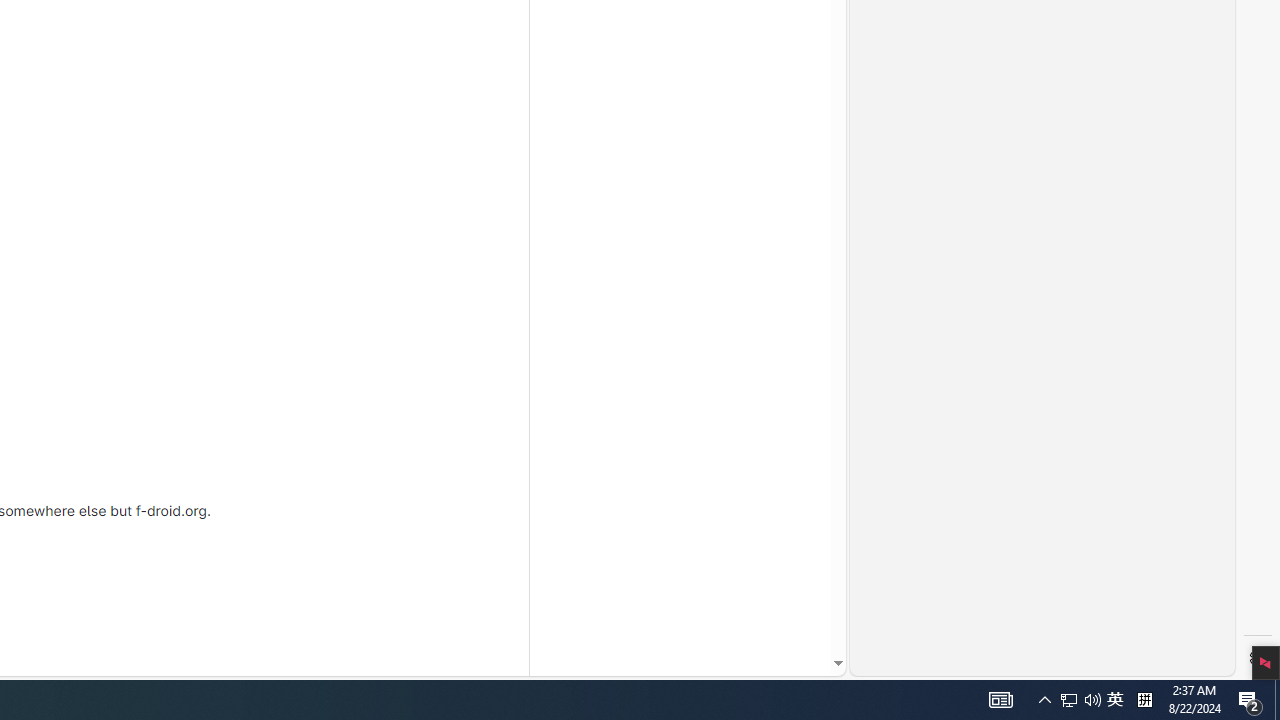 The width and height of the screenshot is (1280, 720). What do you see at coordinates (1079, 698) in the screenshot?
I see `'Tray Input Indicator - Chinese (Simplified, China)'` at bounding box center [1079, 698].